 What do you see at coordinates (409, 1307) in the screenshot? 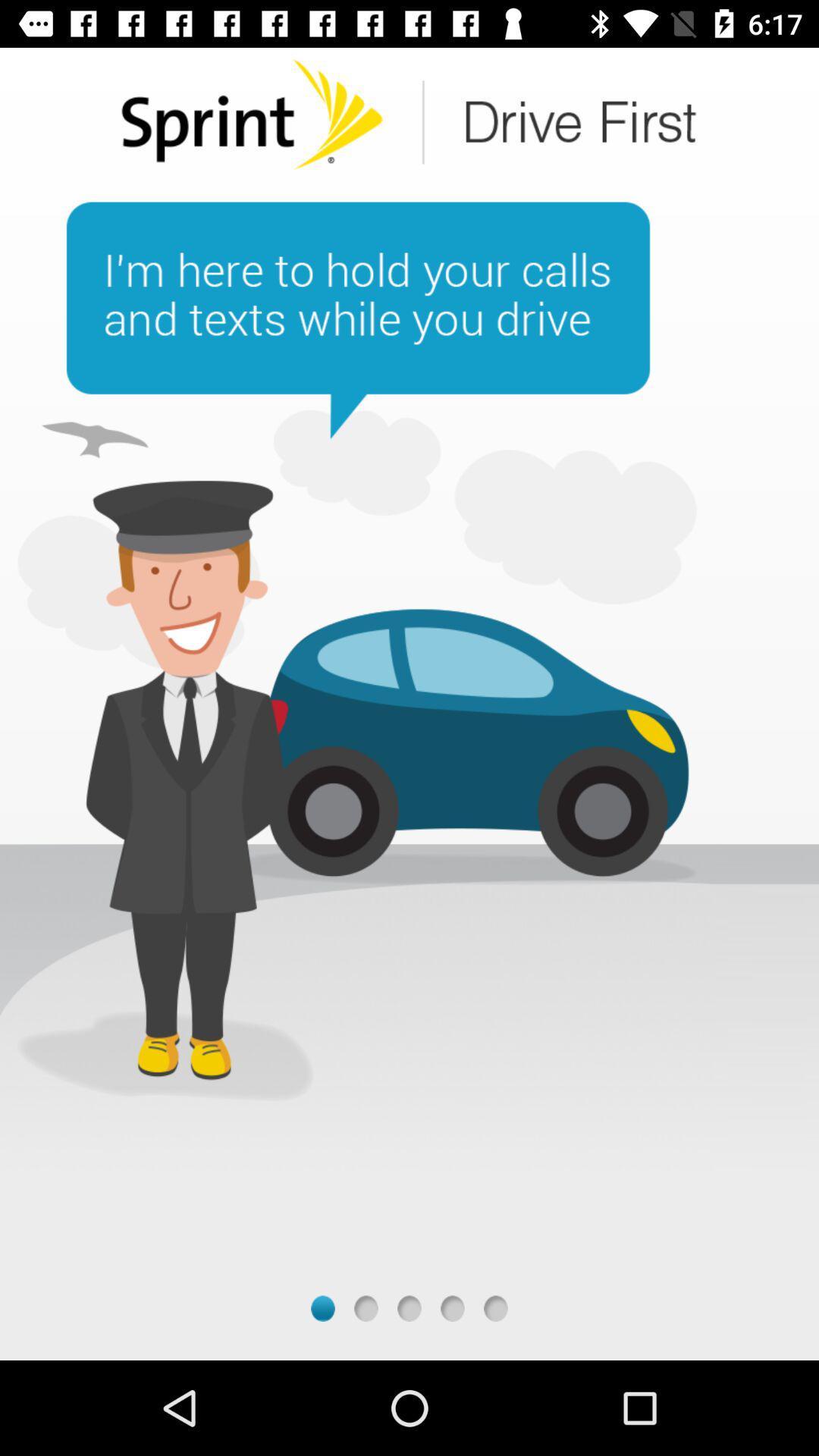
I see `third page` at bounding box center [409, 1307].